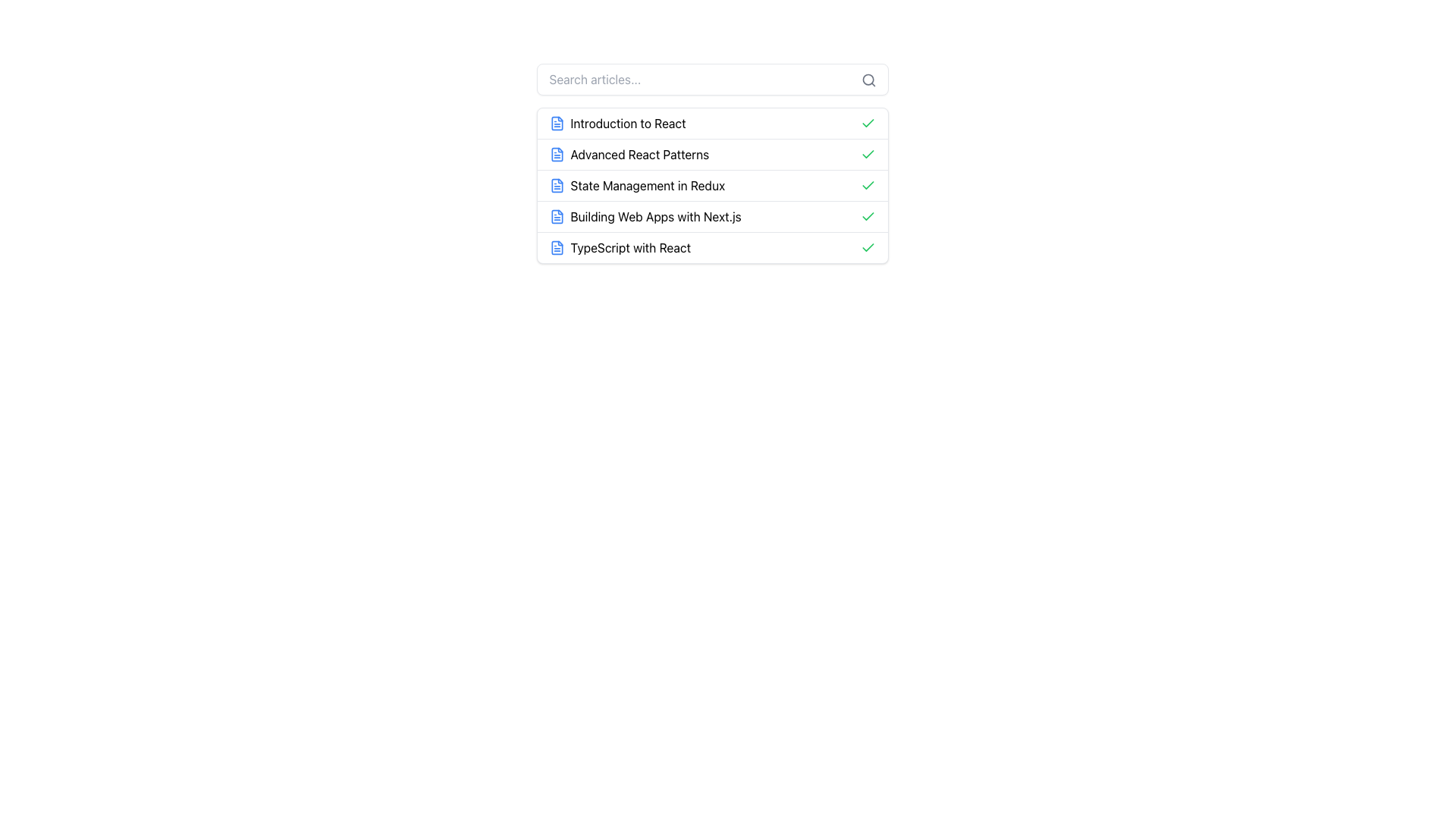  What do you see at coordinates (556, 247) in the screenshot?
I see `the document page icon, styled in blue tones, located to the left of the text 'TypeScript with React' in the vertical list of components` at bounding box center [556, 247].